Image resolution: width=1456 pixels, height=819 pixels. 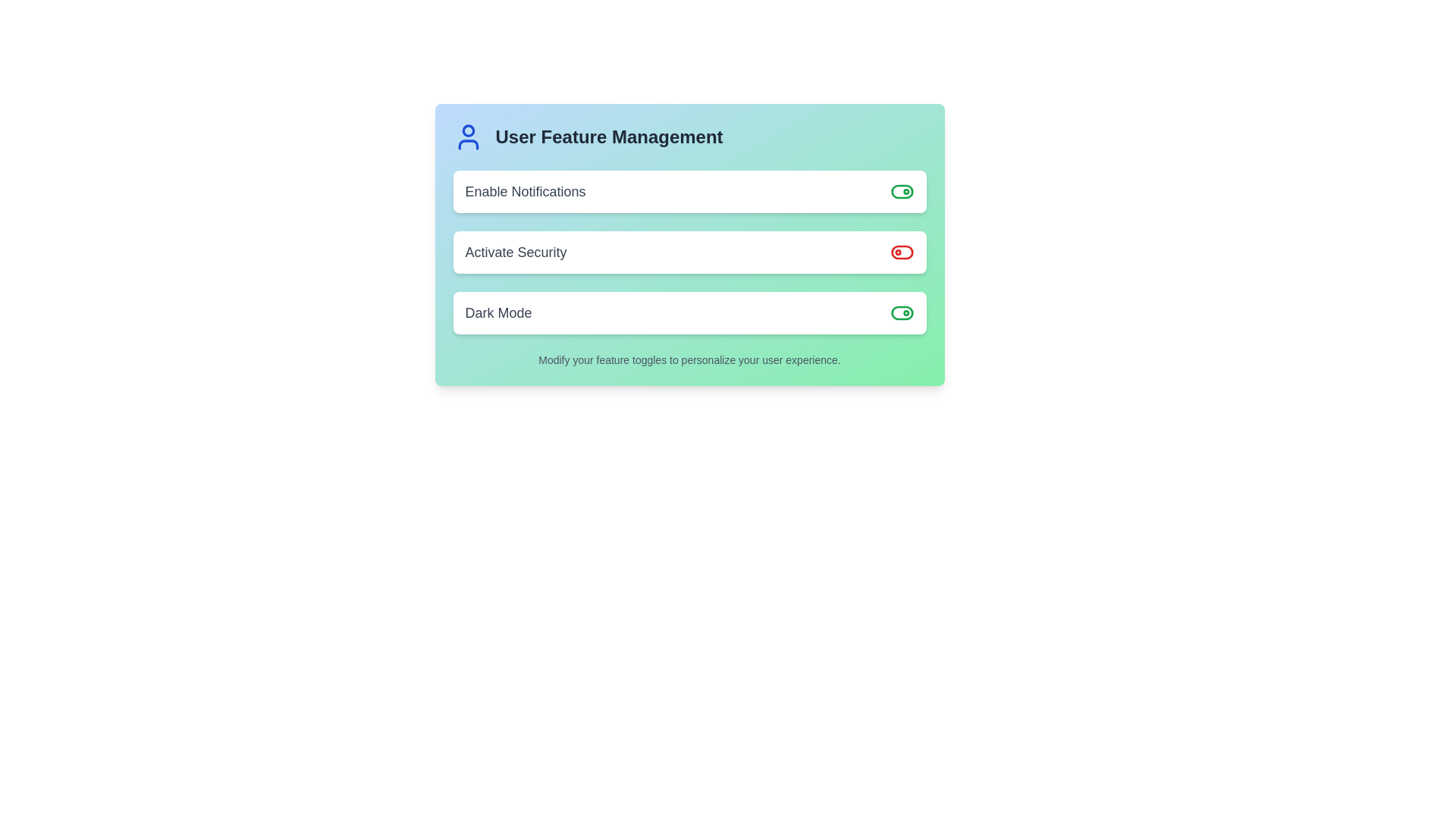 I want to click on the appearance of the toggle background element located next to the 'Dark Mode' text, which indicates the state of the toggle switch through its visible color, so click(x=902, y=191).